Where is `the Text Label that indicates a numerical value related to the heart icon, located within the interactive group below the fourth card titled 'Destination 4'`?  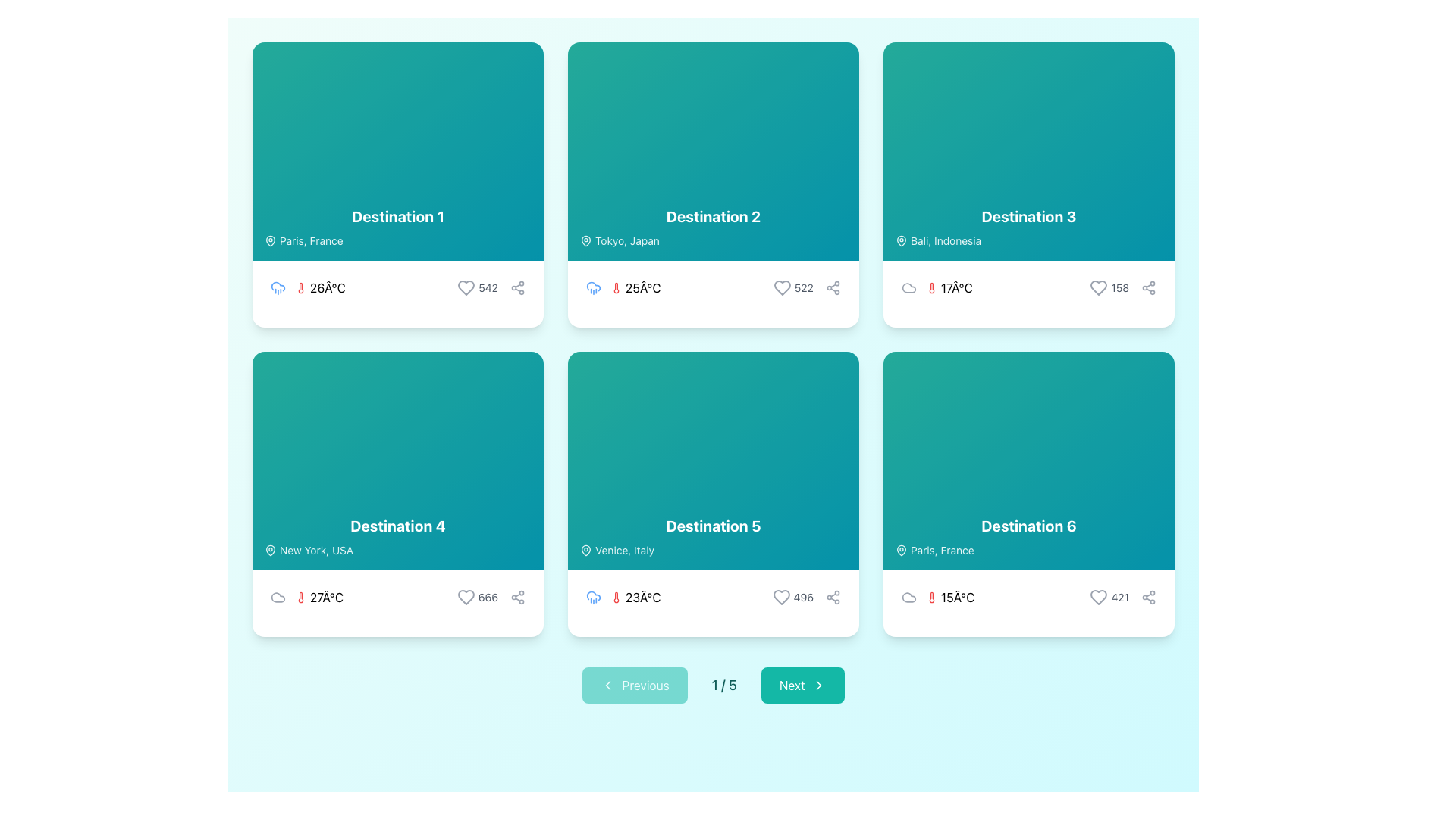 the Text Label that indicates a numerical value related to the heart icon, located within the interactive group below the fourth card titled 'Destination 4' is located at coordinates (488, 596).